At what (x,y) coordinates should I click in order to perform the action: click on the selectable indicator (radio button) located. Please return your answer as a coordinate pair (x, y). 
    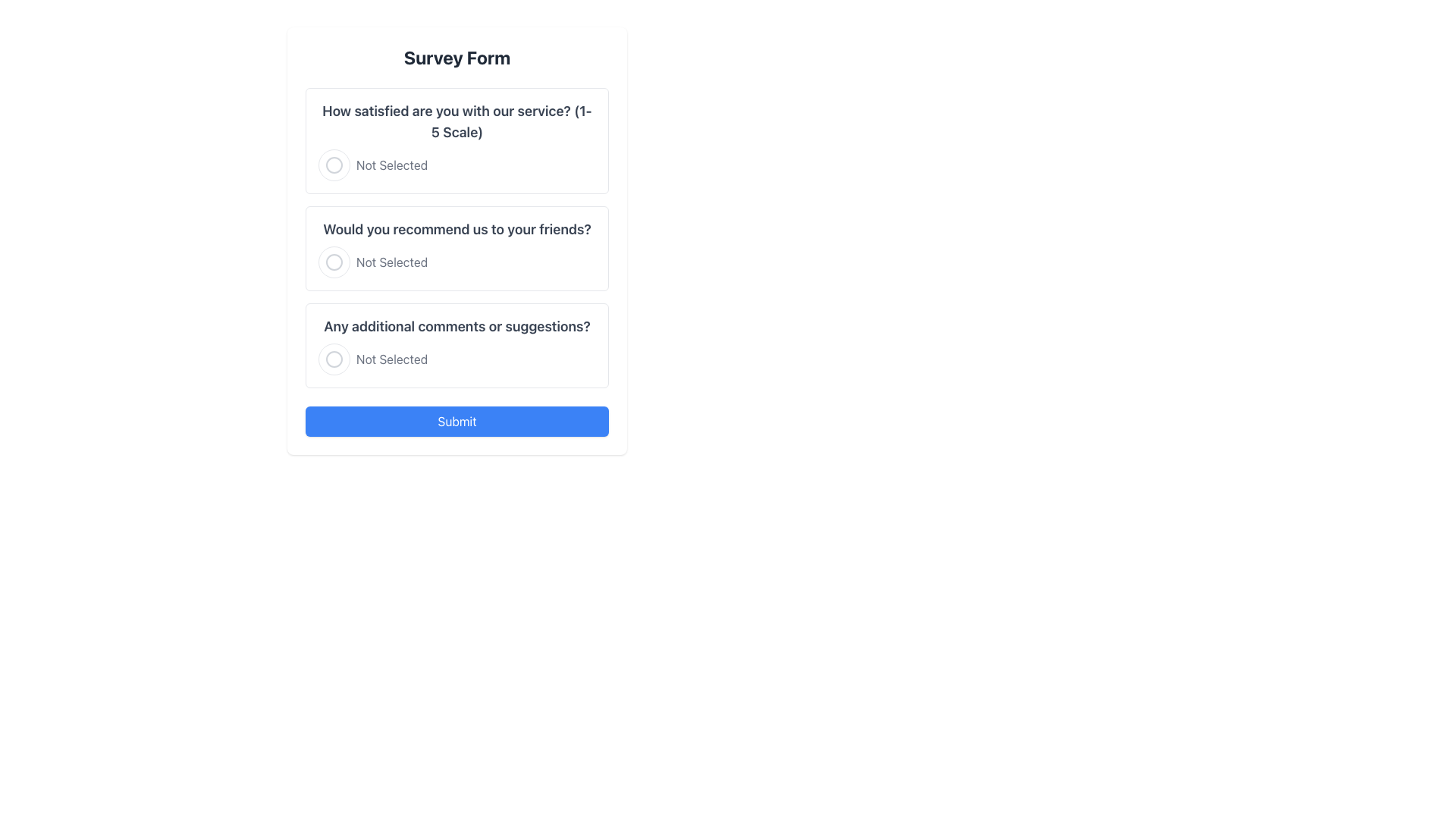
    Looking at the image, I should click on (334, 359).